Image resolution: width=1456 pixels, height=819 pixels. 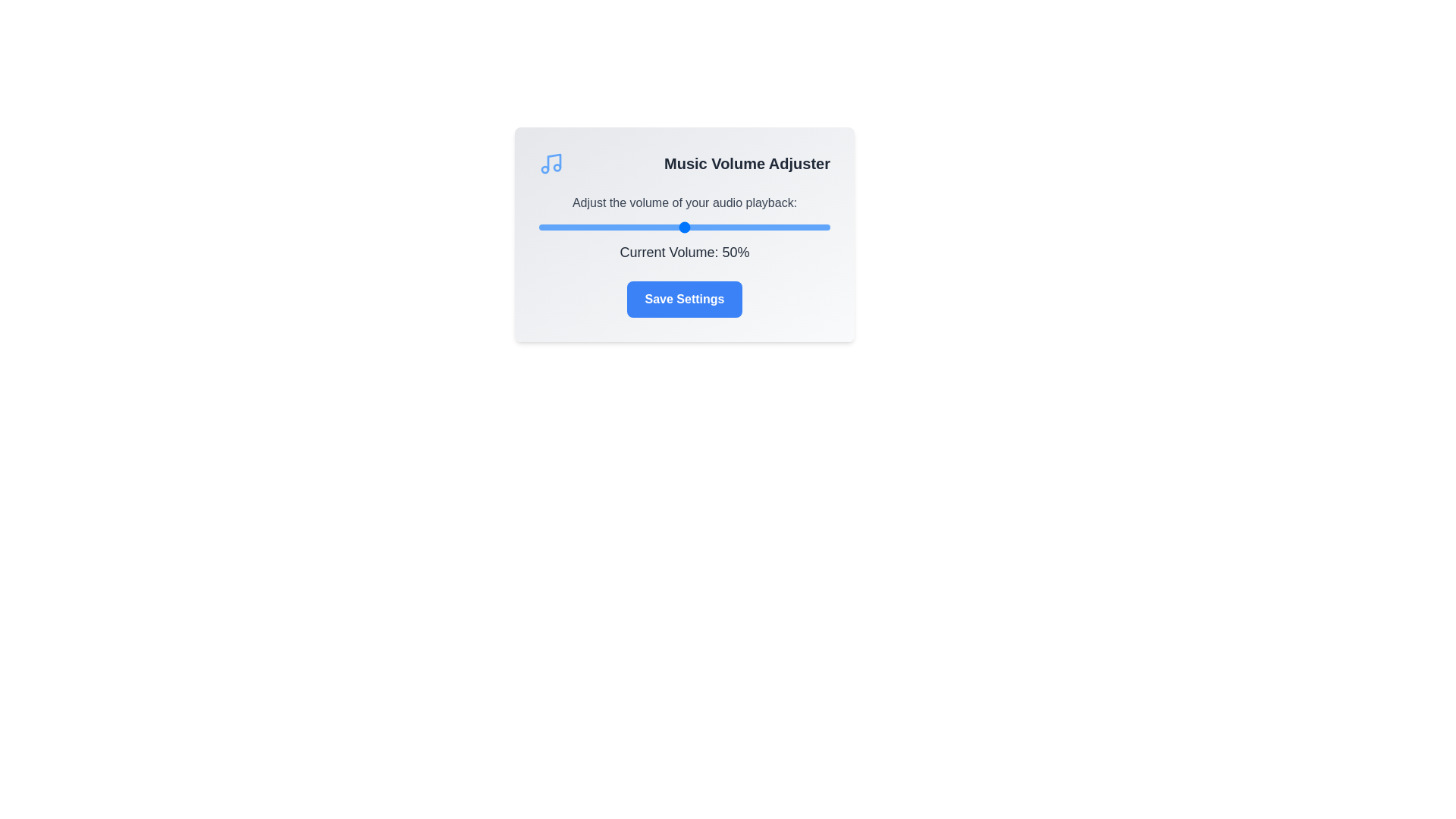 I want to click on the 'Save Settings' button to save the current volume settings, so click(x=683, y=299).